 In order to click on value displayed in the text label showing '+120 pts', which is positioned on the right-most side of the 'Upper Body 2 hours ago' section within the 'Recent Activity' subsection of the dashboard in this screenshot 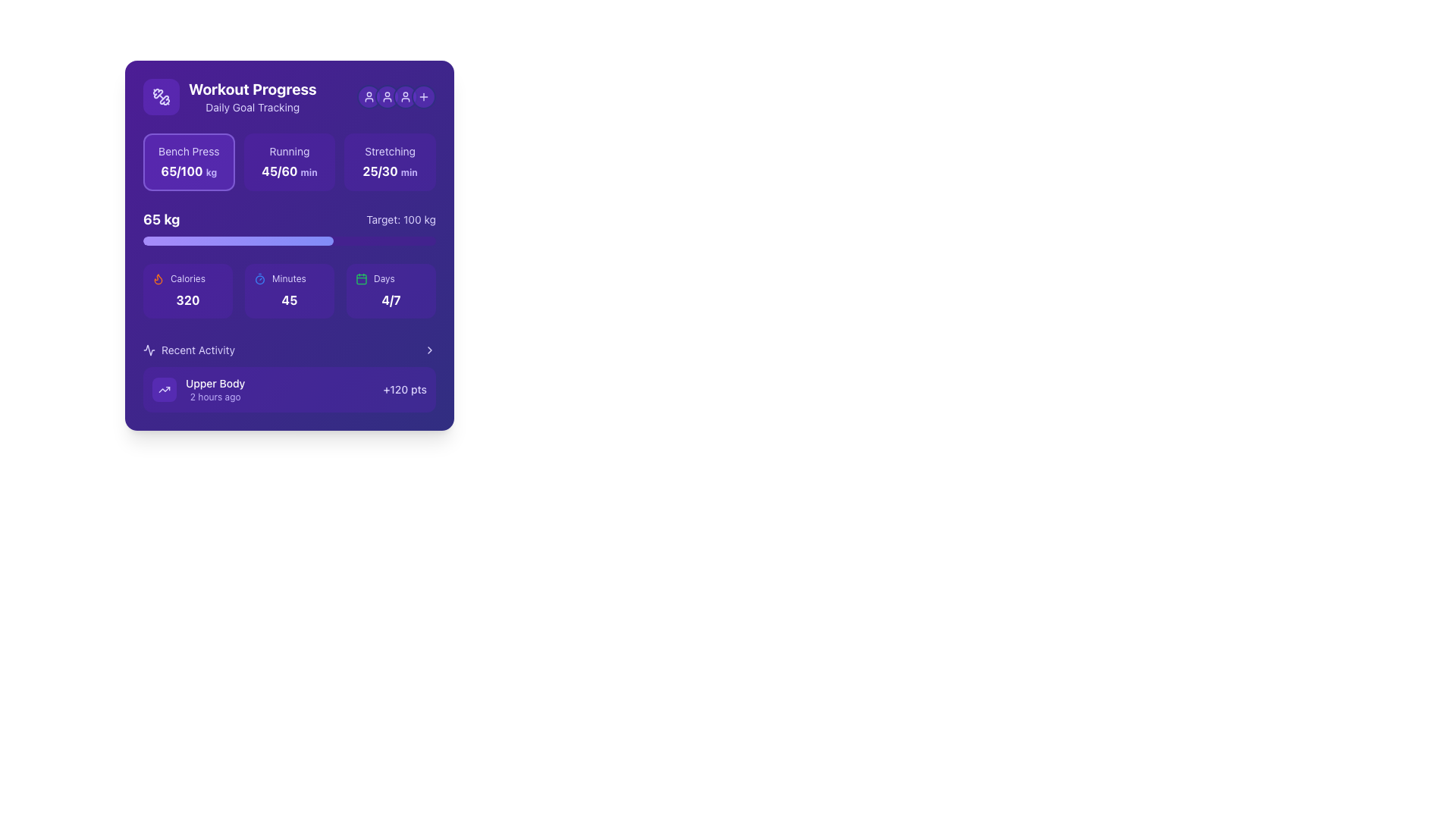, I will do `click(405, 388)`.